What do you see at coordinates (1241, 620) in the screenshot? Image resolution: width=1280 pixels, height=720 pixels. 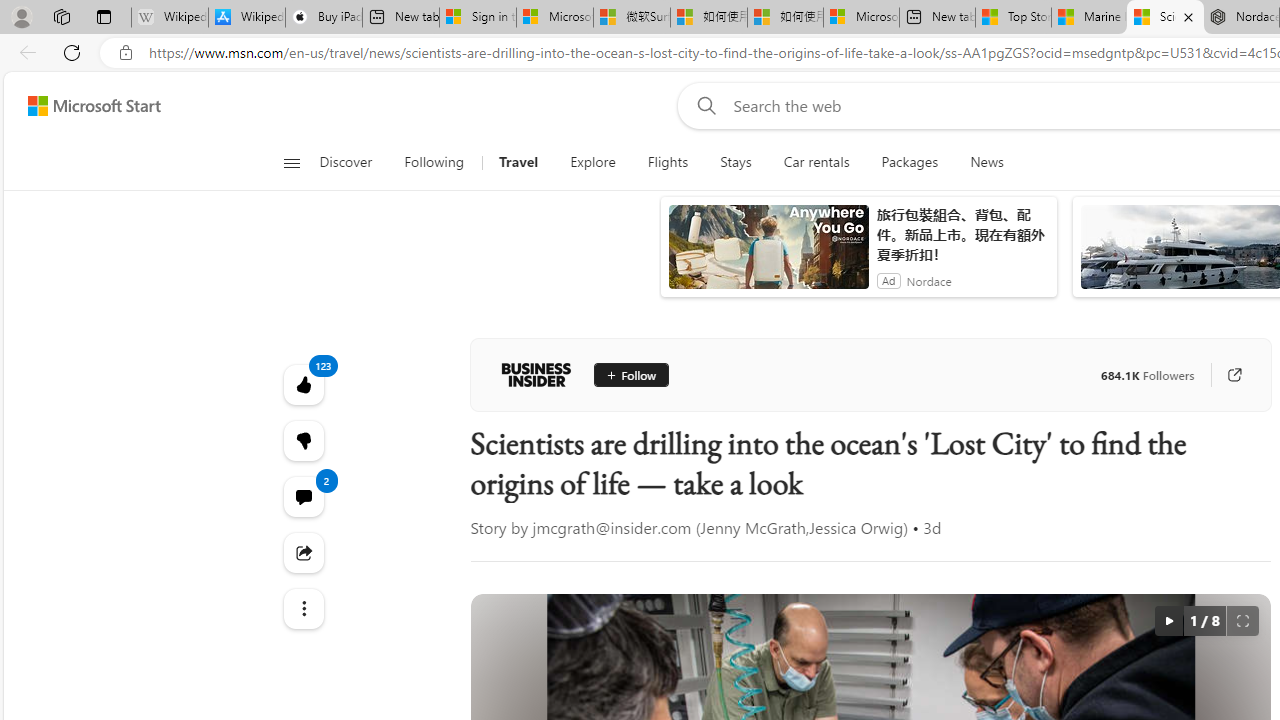 I see `'Full screen'` at bounding box center [1241, 620].